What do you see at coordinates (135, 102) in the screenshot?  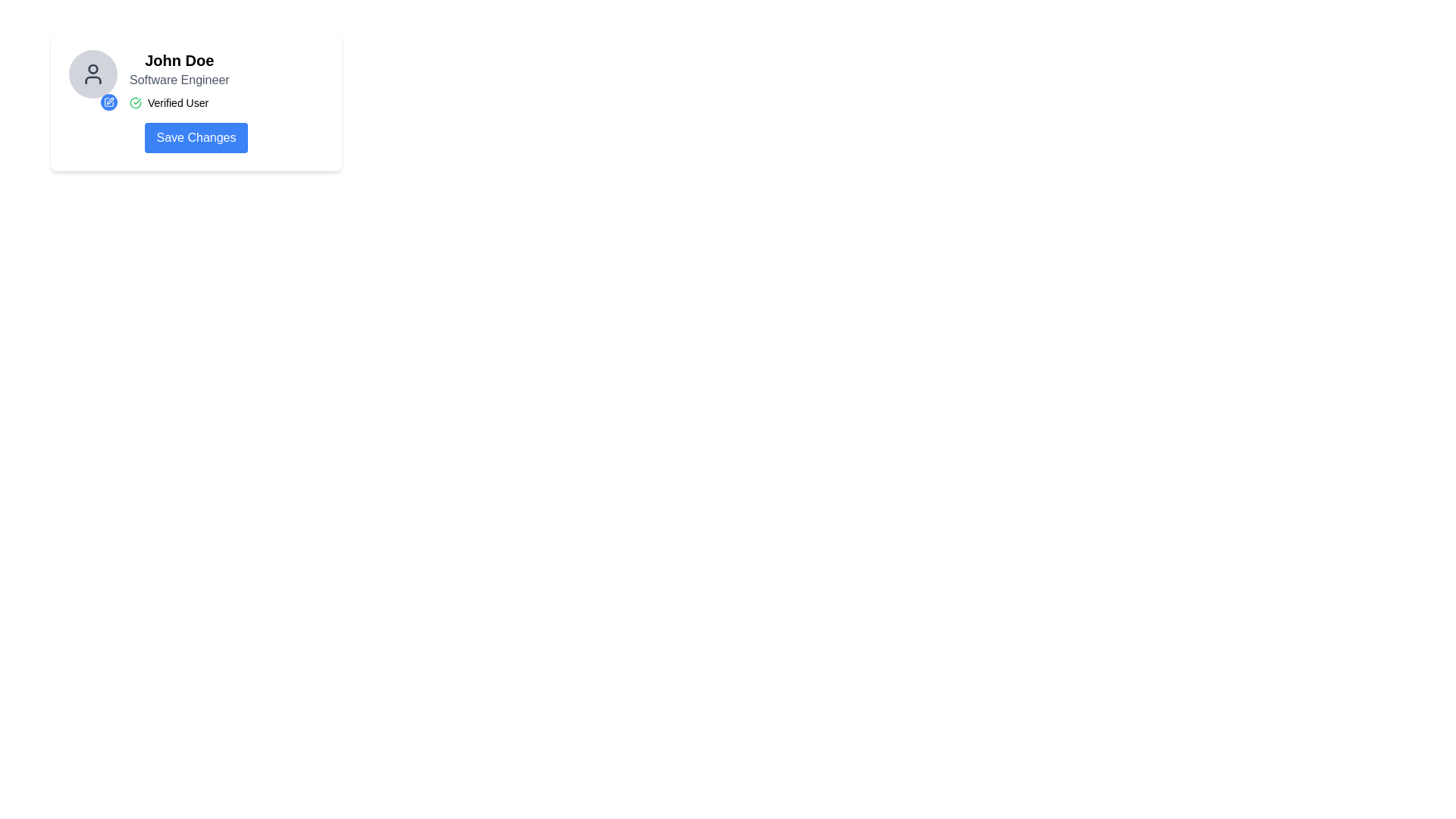 I see `the Decorative status indicator icon located to the right of the user avatar and above the text 'John Doe' and 'Software Engineer'` at bounding box center [135, 102].